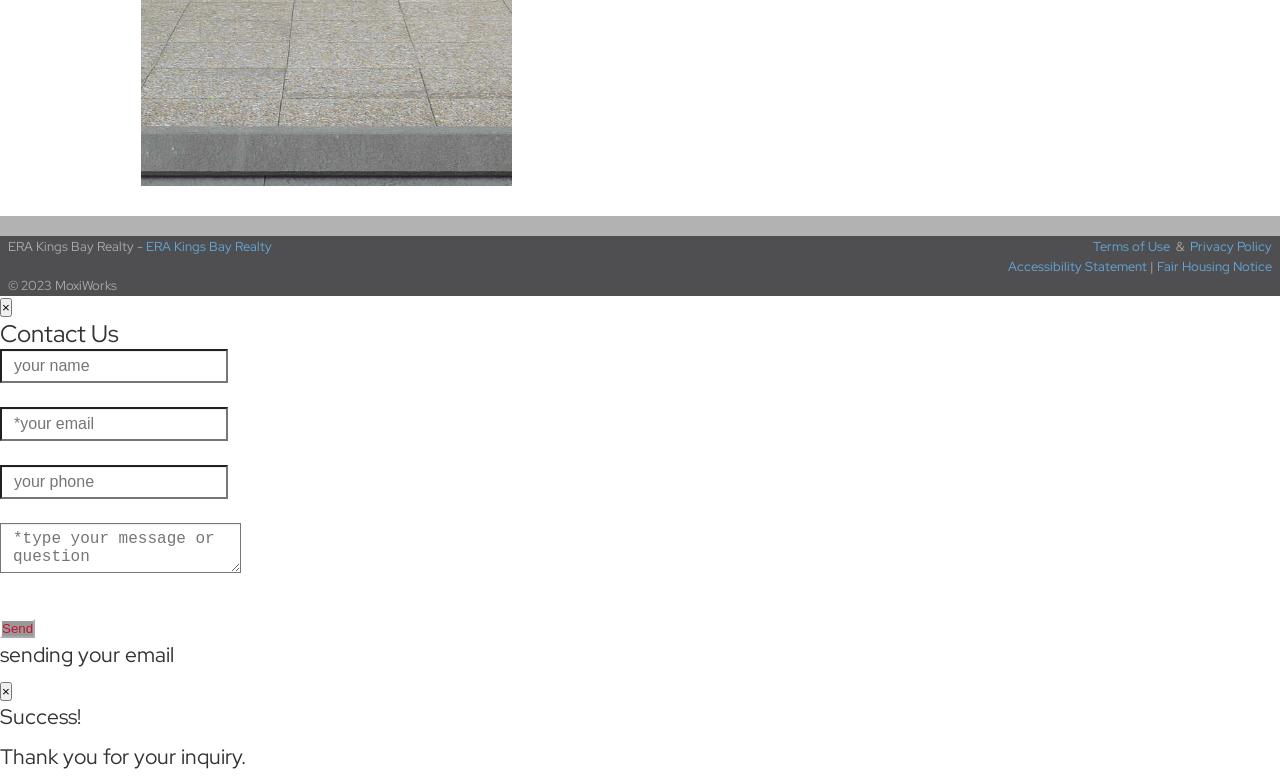  What do you see at coordinates (77, 246) in the screenshot?
I see `'ERA Kings Bay Realty -'` at bounding box center [77, 246].